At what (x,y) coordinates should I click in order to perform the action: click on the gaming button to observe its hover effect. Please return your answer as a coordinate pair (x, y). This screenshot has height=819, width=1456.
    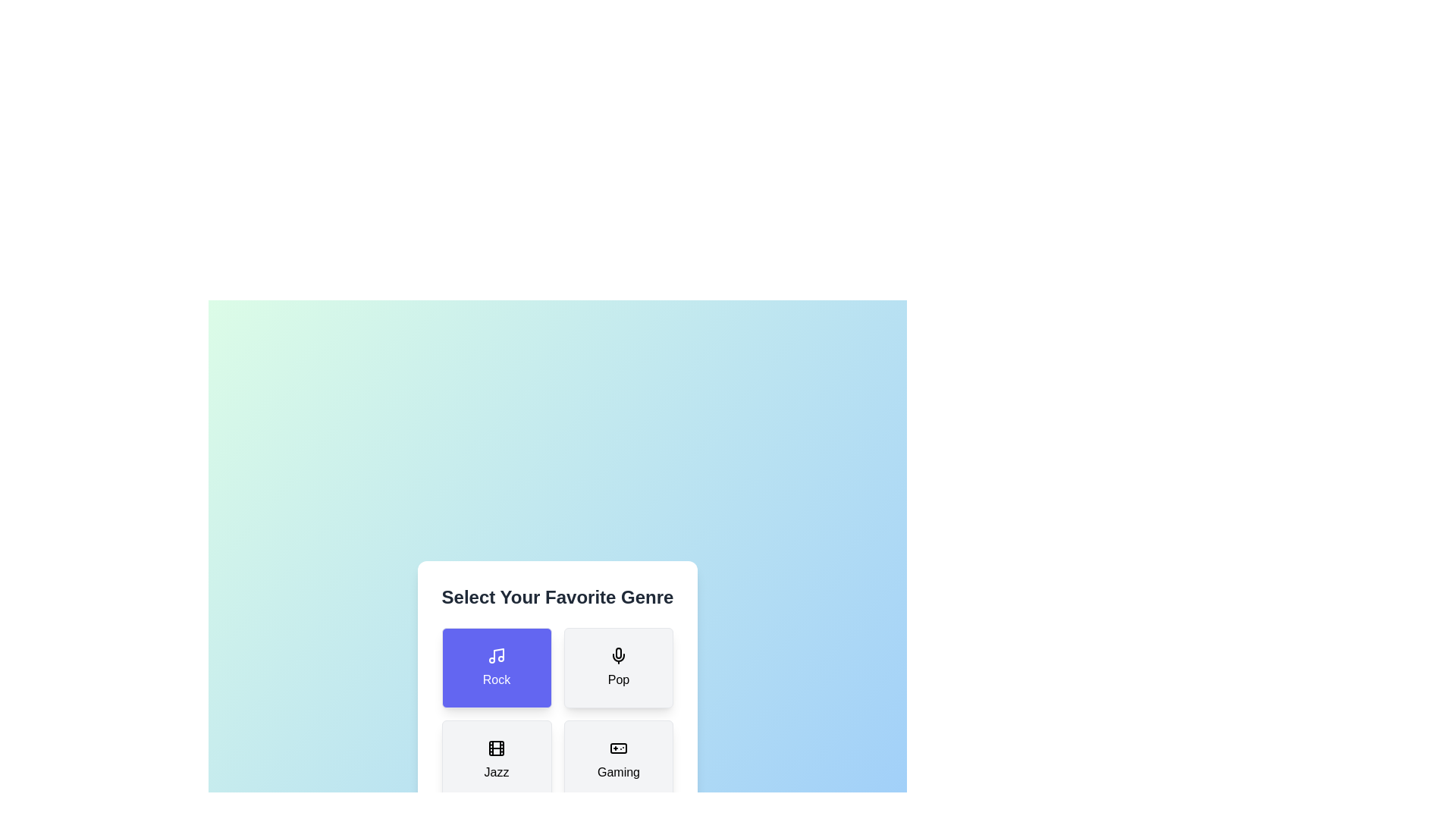
    Looking at the image, I should click on (618, 760).